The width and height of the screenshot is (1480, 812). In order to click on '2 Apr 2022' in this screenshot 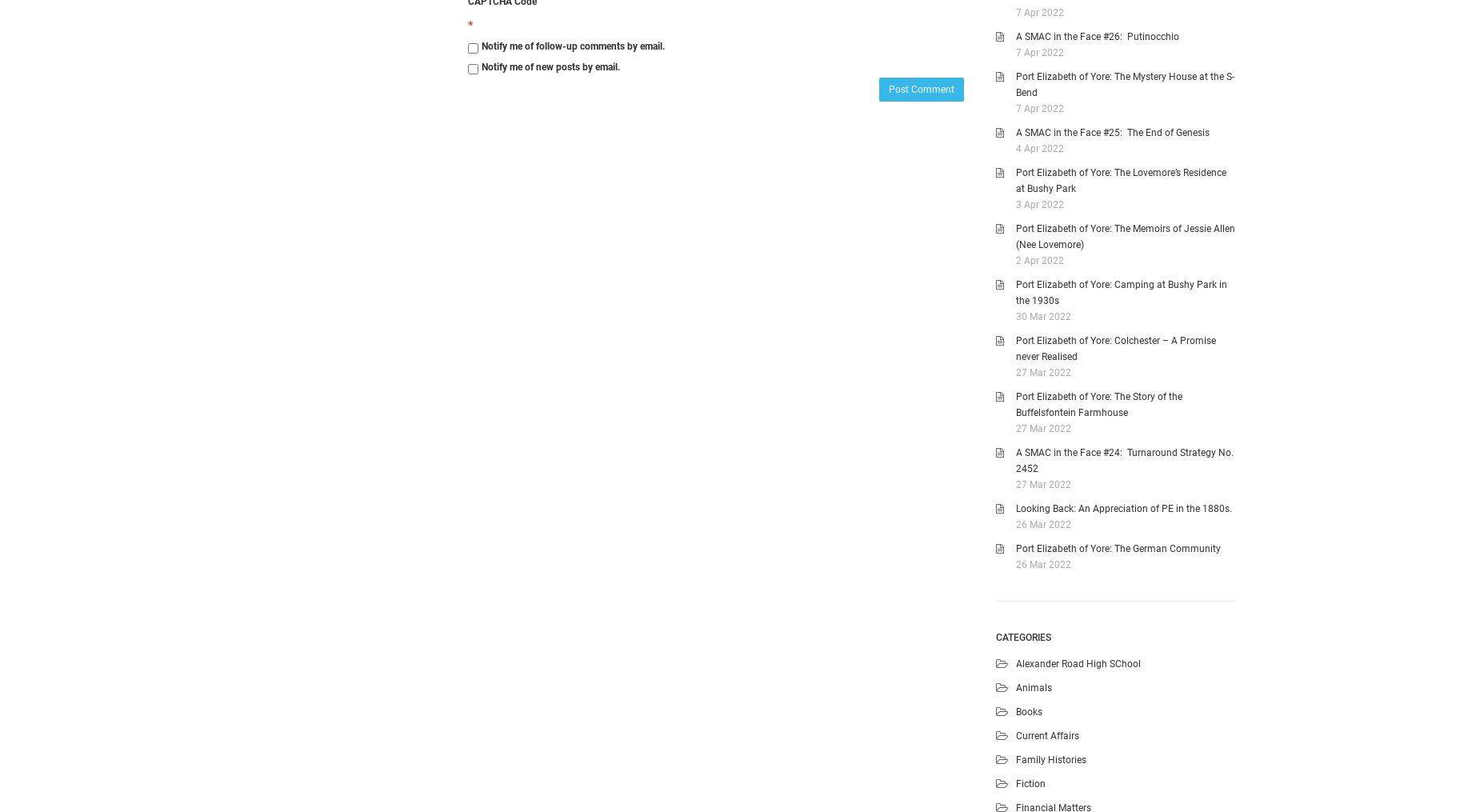, I will do `click(1038, 260)`.